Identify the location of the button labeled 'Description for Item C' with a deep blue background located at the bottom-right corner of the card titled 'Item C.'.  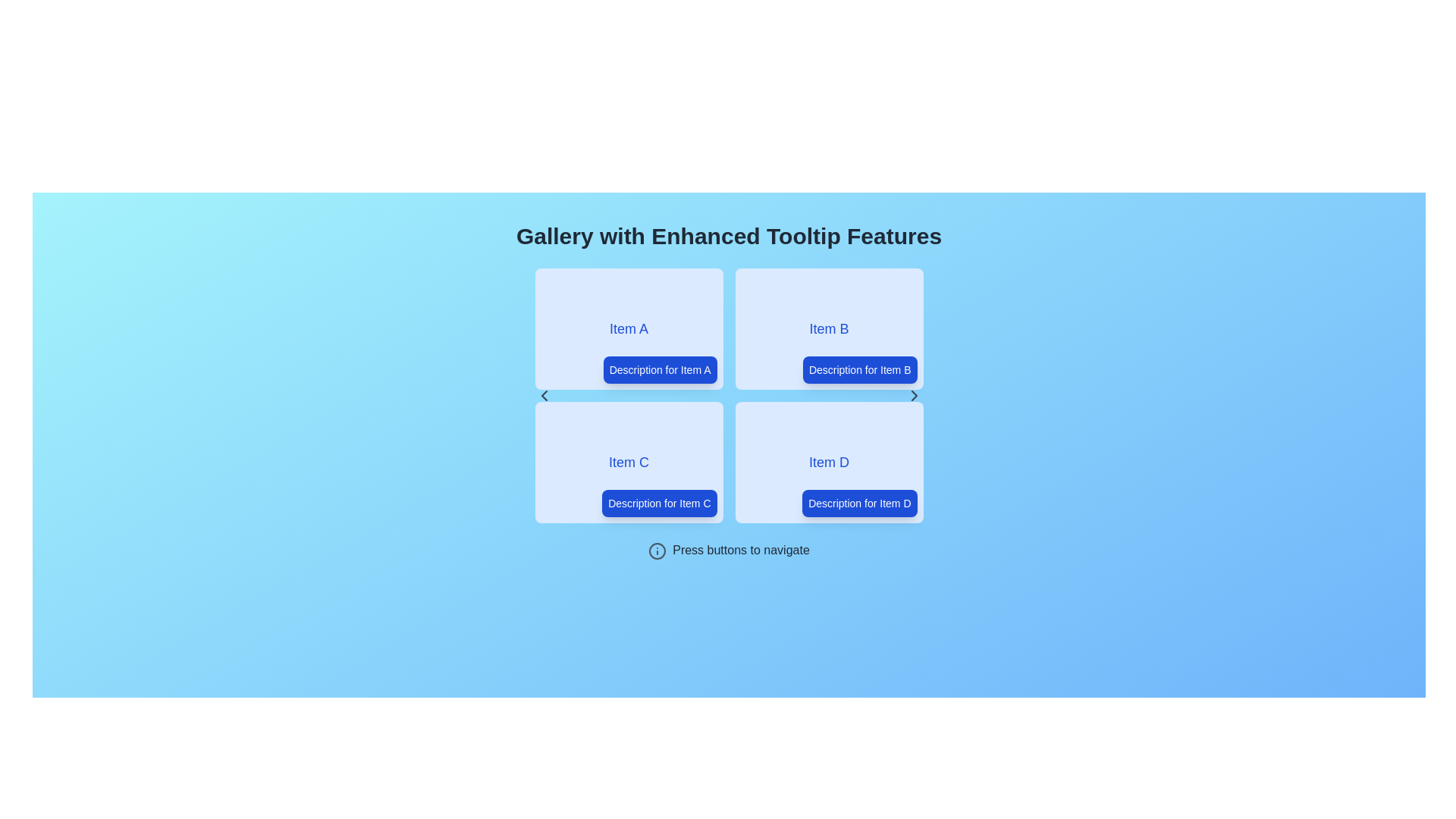
(659, 503).